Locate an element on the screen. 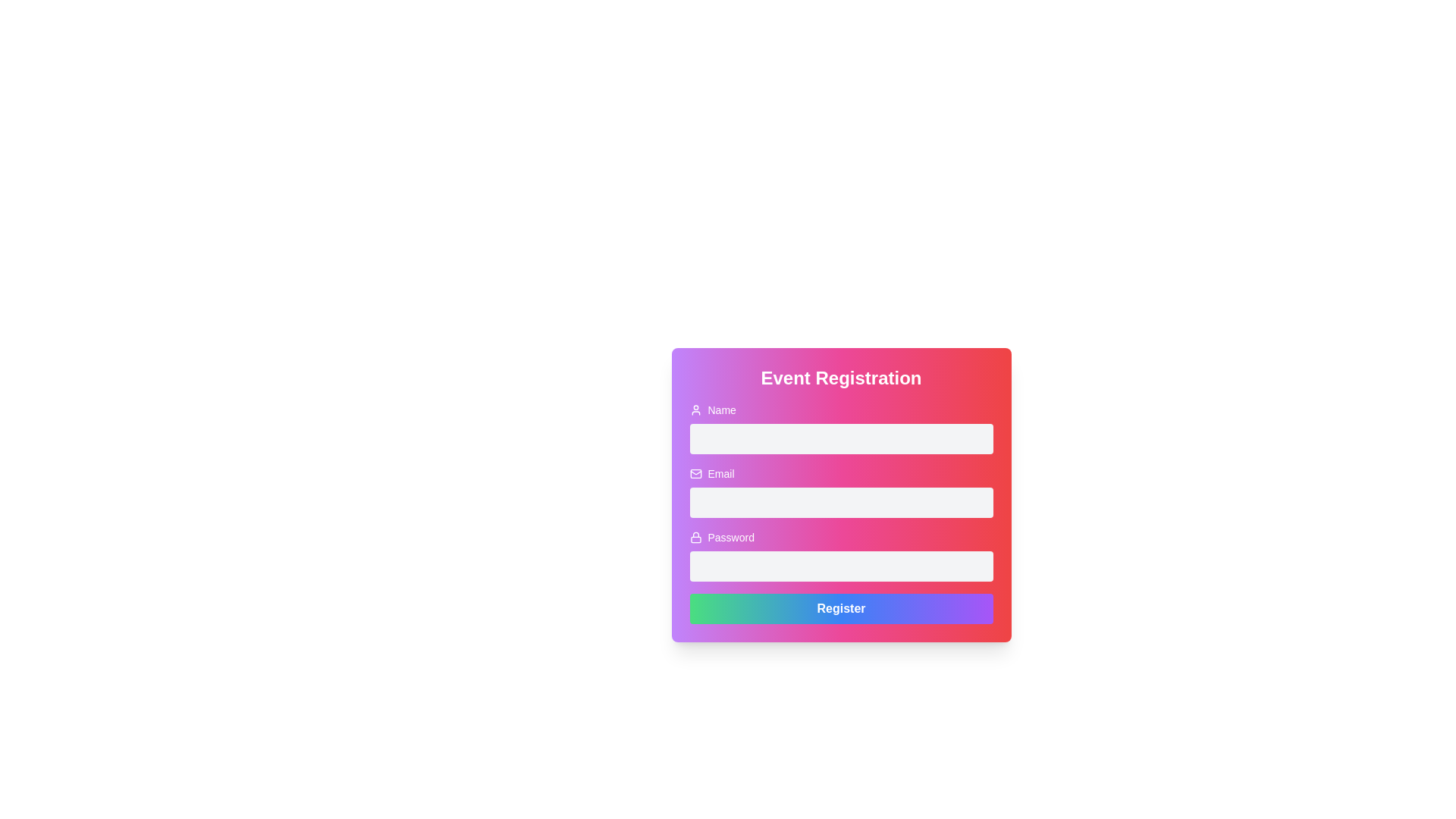 The width and height of the screenshot is (1456, 819). the email input field labeled 'Email' to focus on it is located at coordinates (840, 491).